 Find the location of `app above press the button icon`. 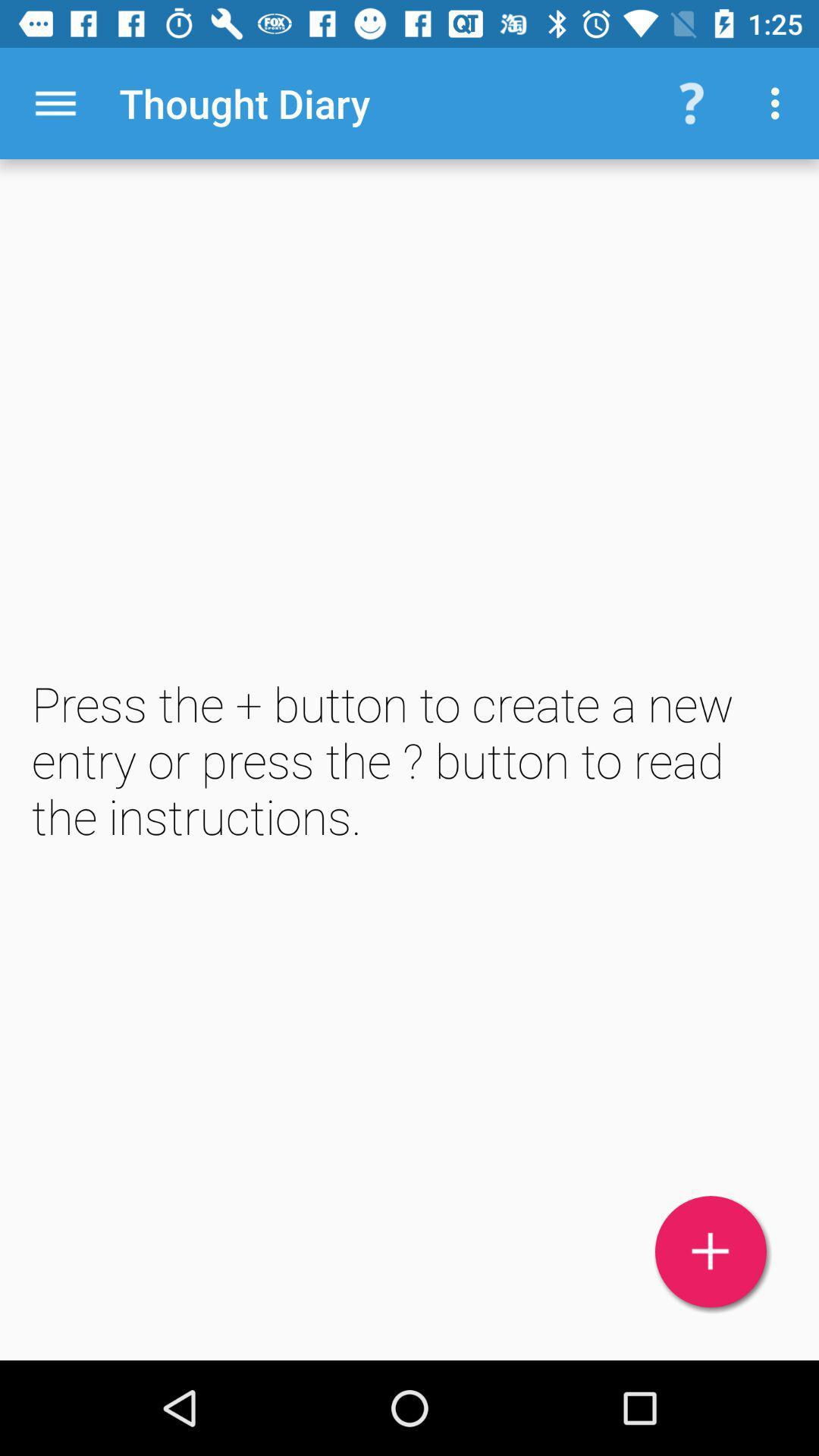

app above press the button icon is located at coordinates (55, 102).